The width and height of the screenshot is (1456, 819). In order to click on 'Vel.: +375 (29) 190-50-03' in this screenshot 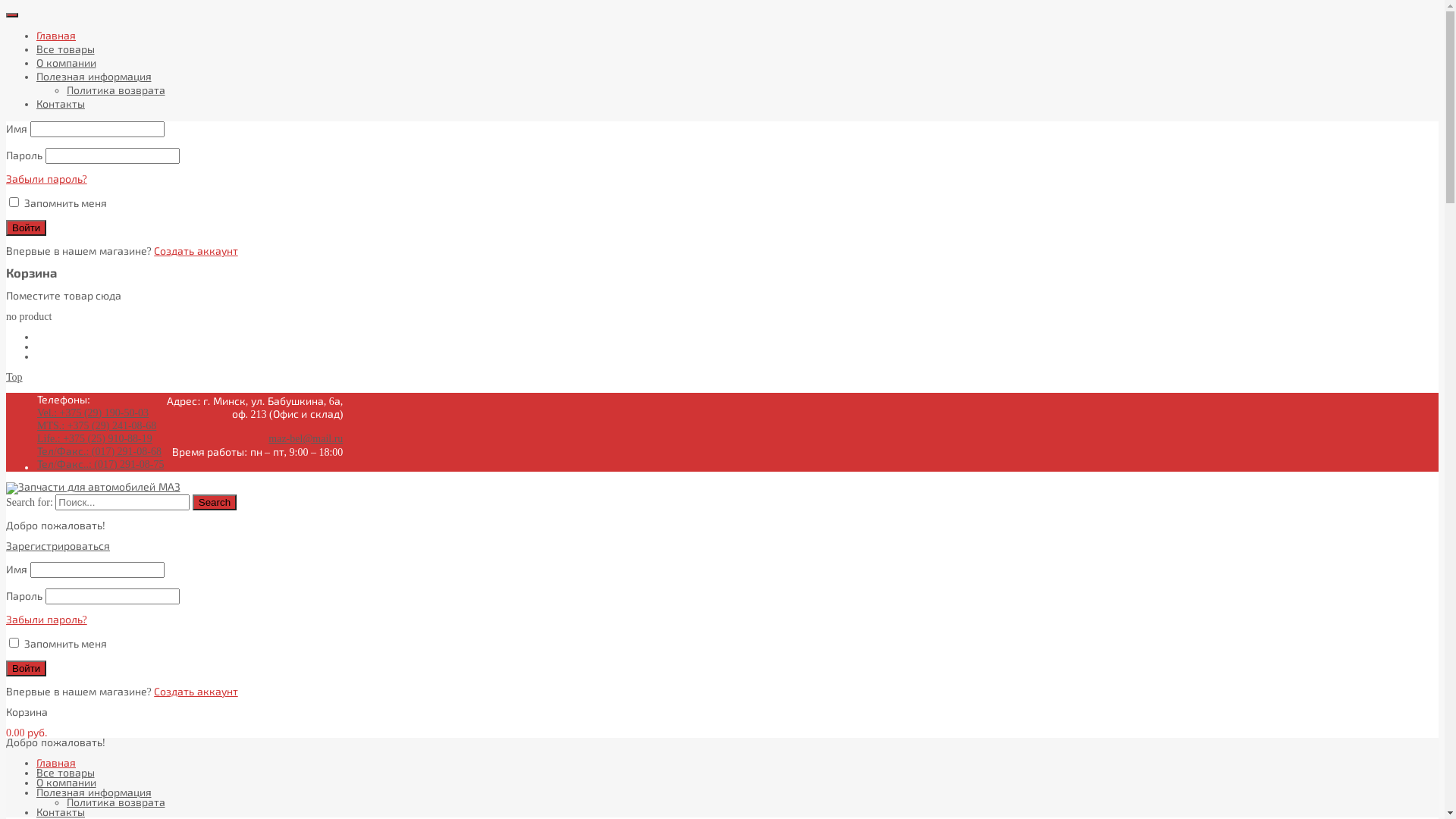, I will do `click(92, 413)`.